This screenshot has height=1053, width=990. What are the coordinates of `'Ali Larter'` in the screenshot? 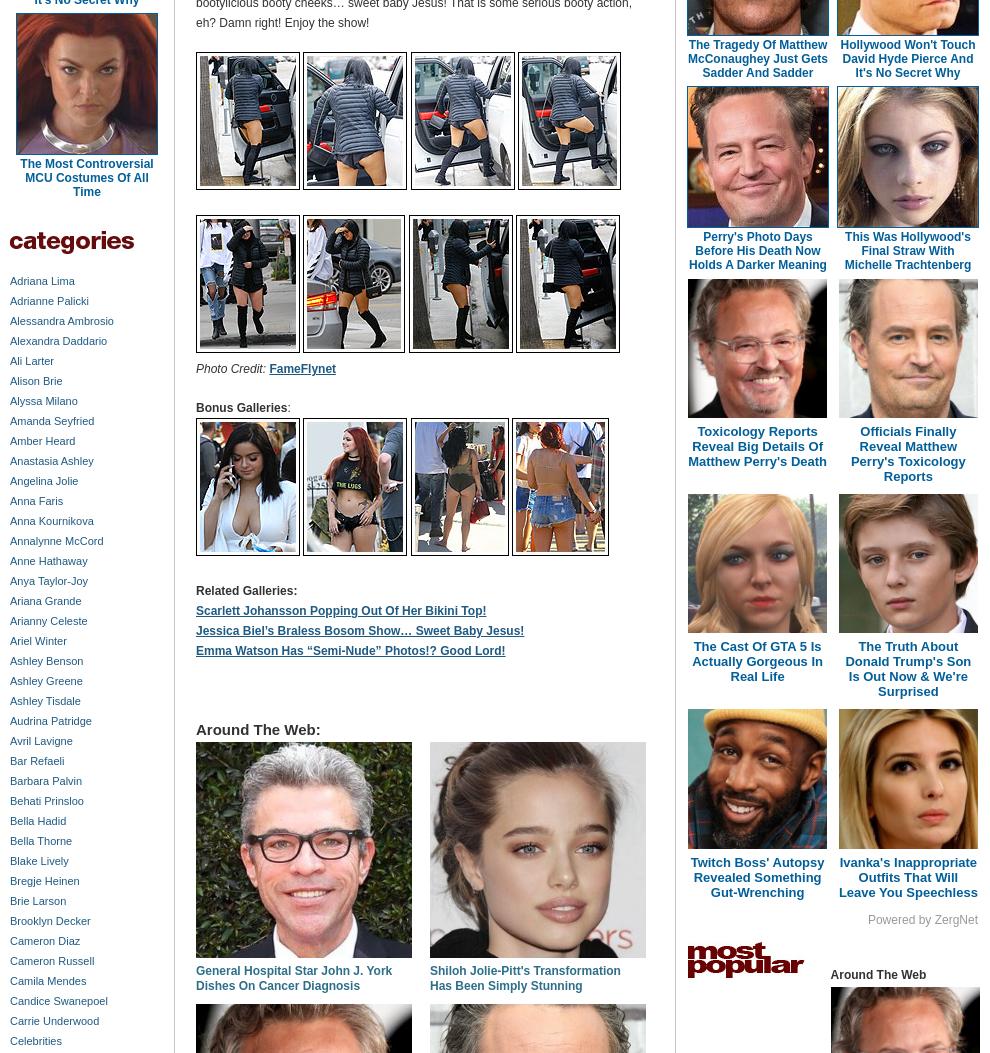 It's located at (30, 359).